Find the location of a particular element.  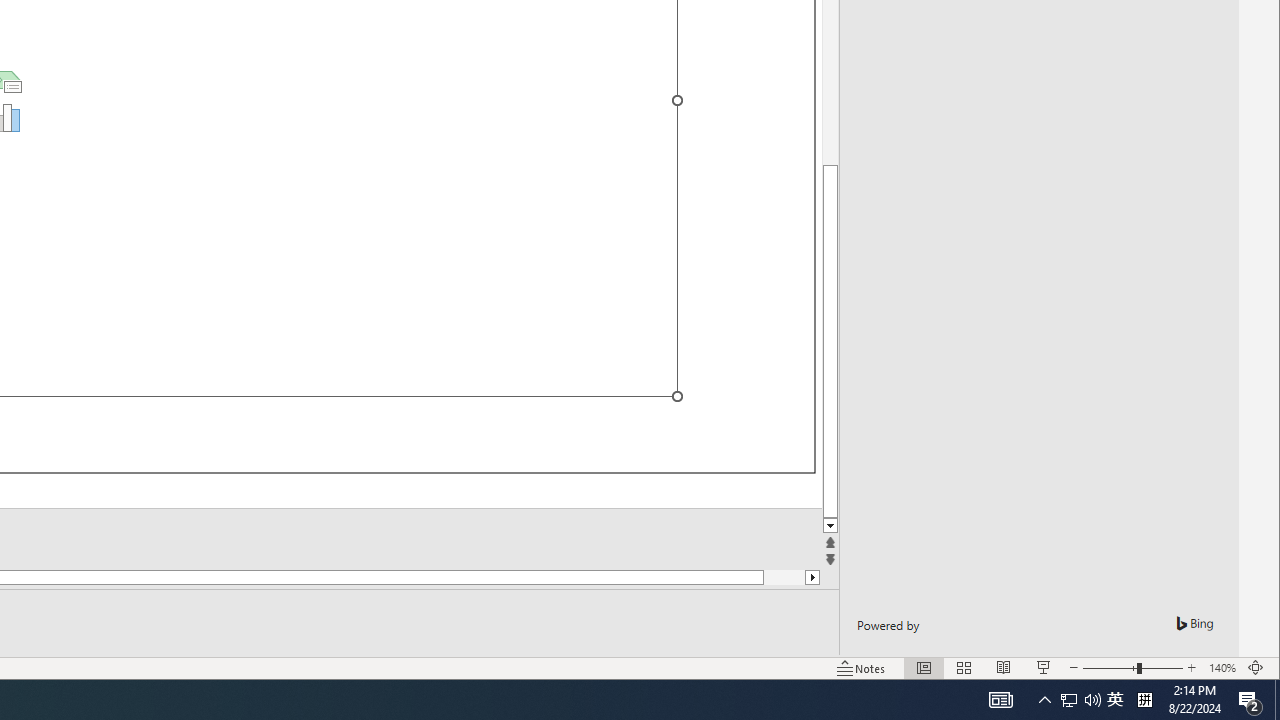

'Line down' is located at coordinates (830, 525).